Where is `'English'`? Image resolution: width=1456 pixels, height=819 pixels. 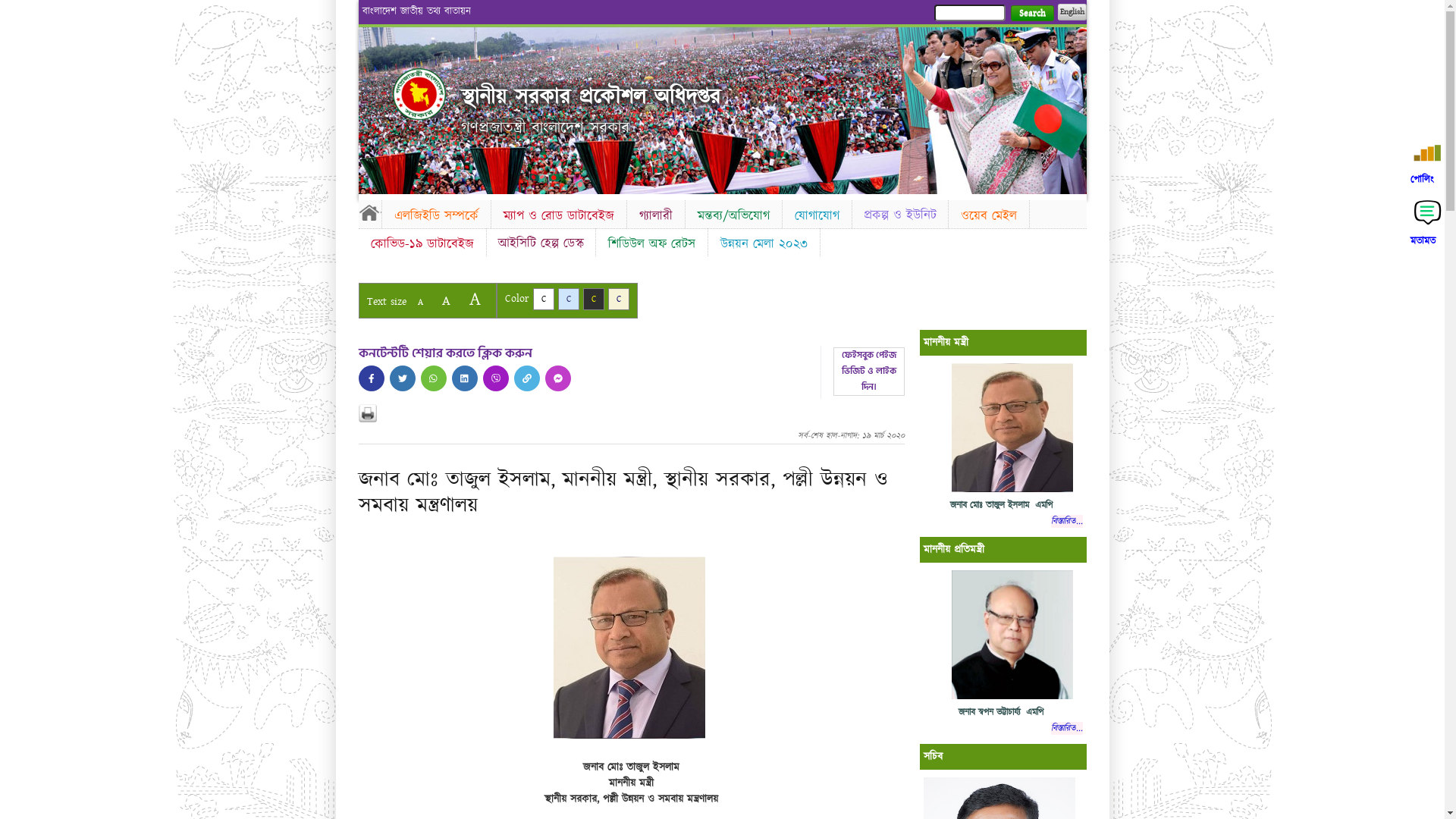 'English' is located at coordinates (1070, 11).